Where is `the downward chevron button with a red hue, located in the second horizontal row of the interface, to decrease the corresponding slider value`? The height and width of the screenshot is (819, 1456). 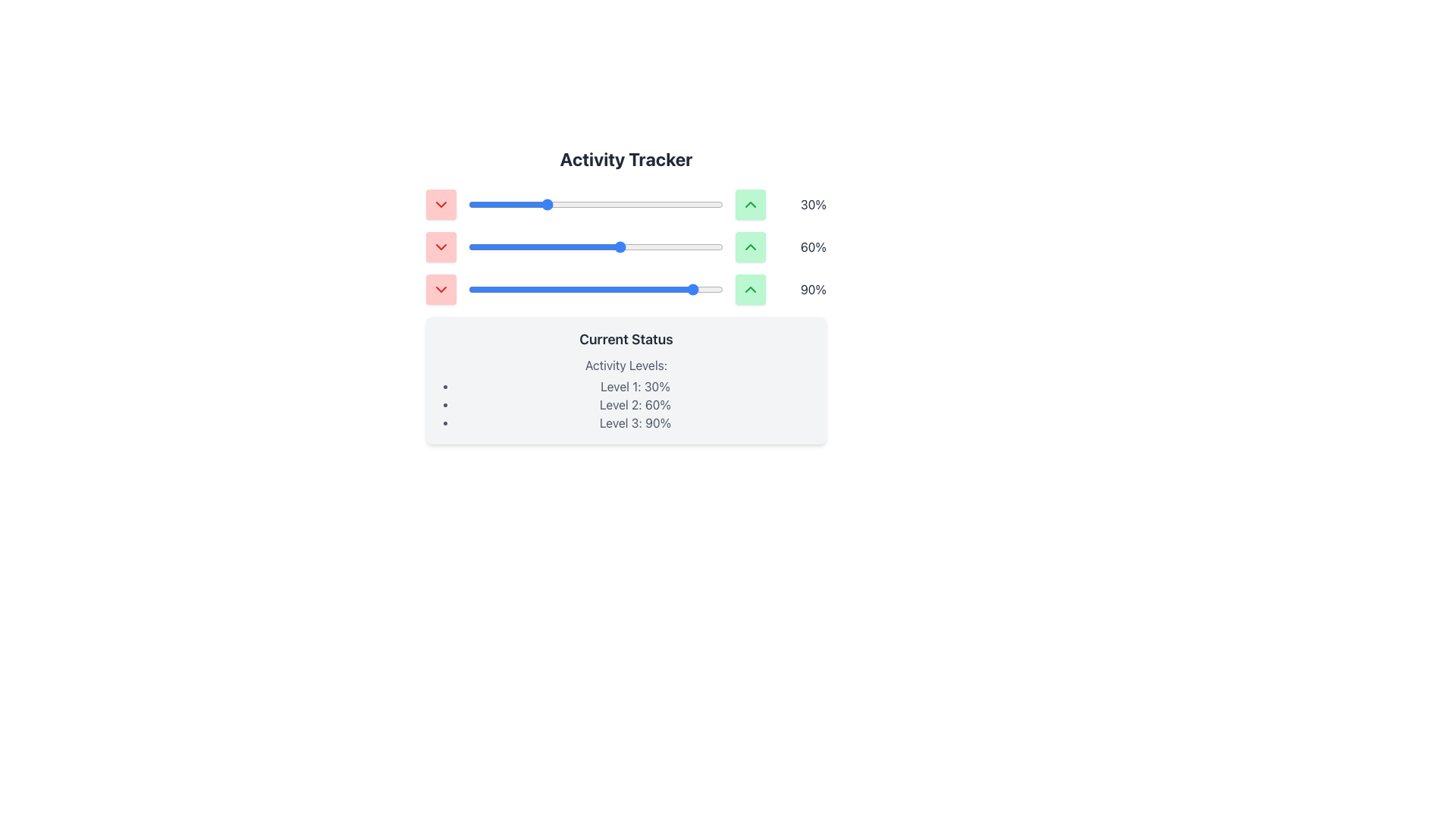
the downward chevron button with a red hue, located in the second horizontal row of the interface, to decrease the corresponding slider value is located at coordinates (440, 246).